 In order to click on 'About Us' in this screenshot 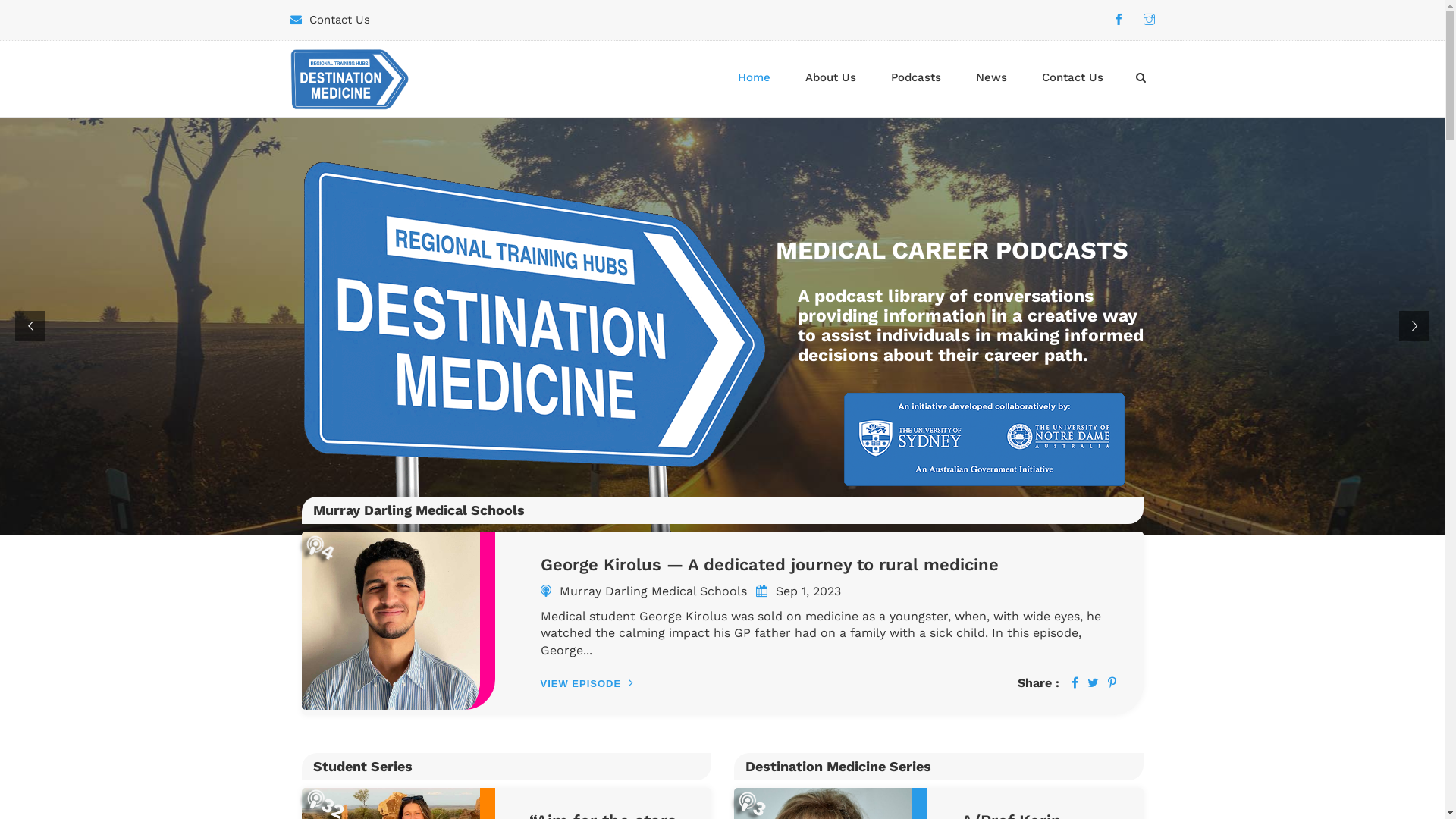, I will do `click(829, 77)`.